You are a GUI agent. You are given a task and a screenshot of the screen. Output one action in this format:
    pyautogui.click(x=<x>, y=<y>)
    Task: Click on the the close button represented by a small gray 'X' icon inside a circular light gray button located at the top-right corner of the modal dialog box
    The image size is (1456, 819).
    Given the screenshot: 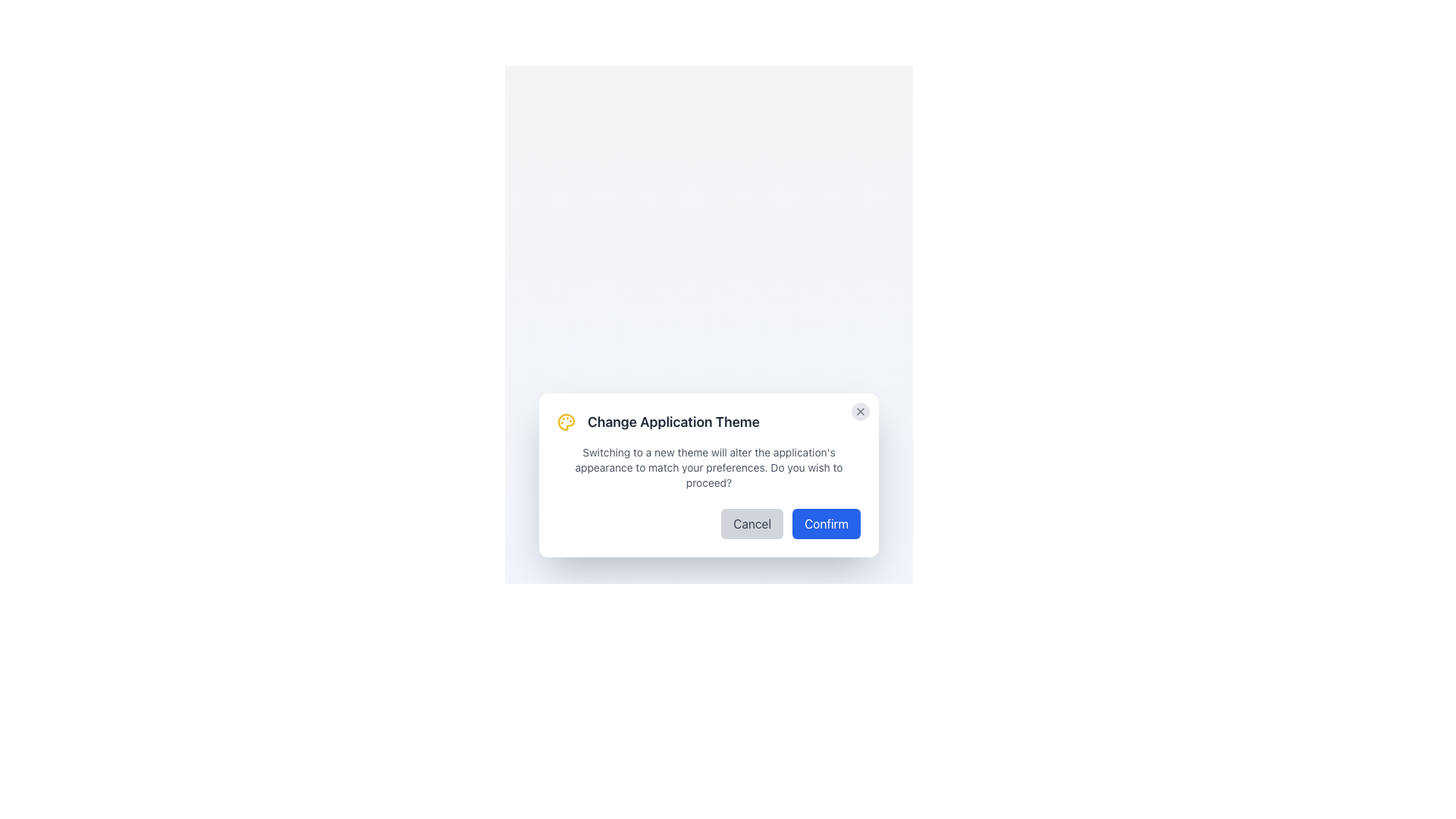 What is the action you would take?
    pyautogui.click(x=860, y=412)
    